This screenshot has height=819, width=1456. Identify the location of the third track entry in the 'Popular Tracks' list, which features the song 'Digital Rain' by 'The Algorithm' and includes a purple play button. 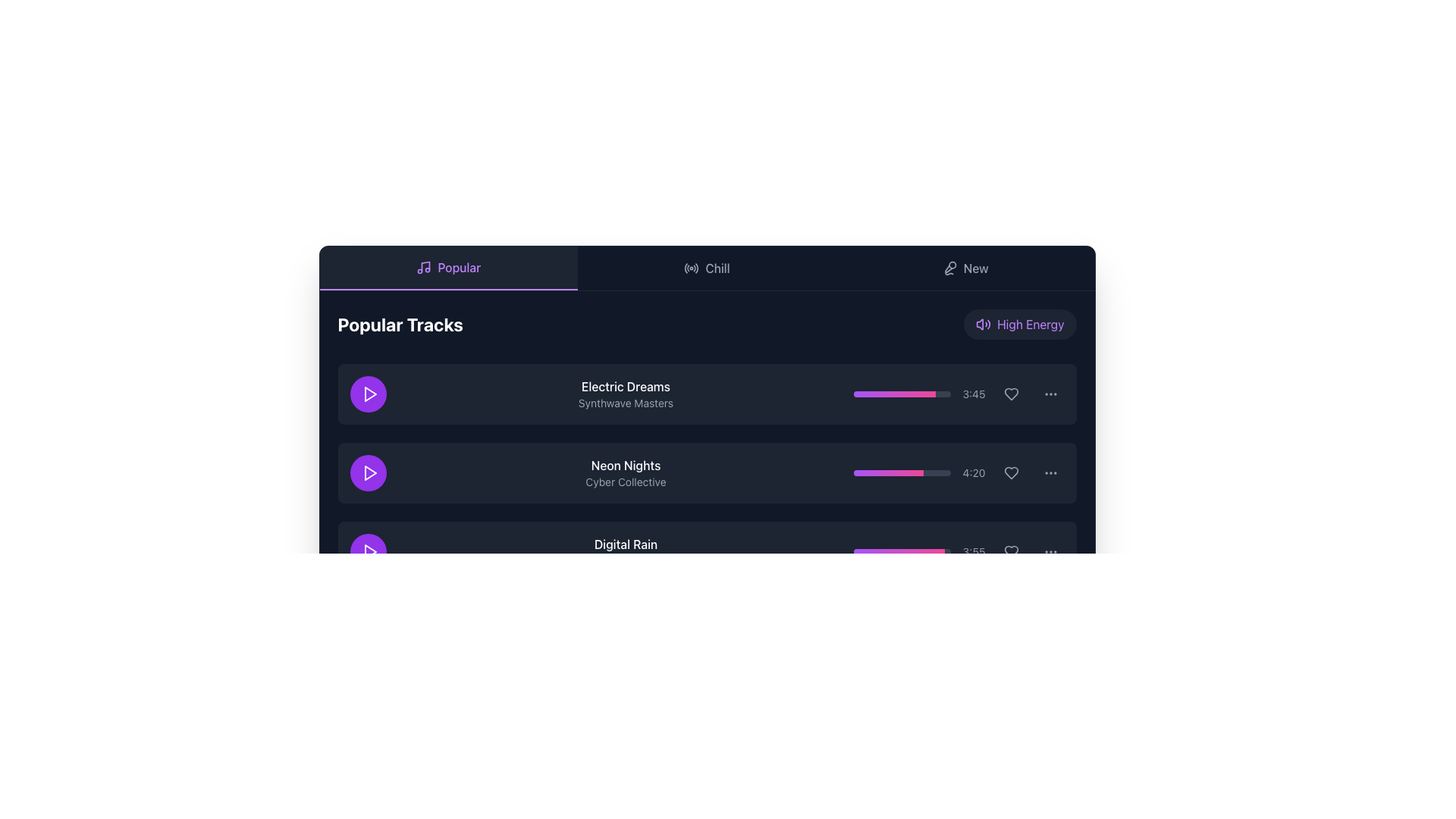
(706, 552).